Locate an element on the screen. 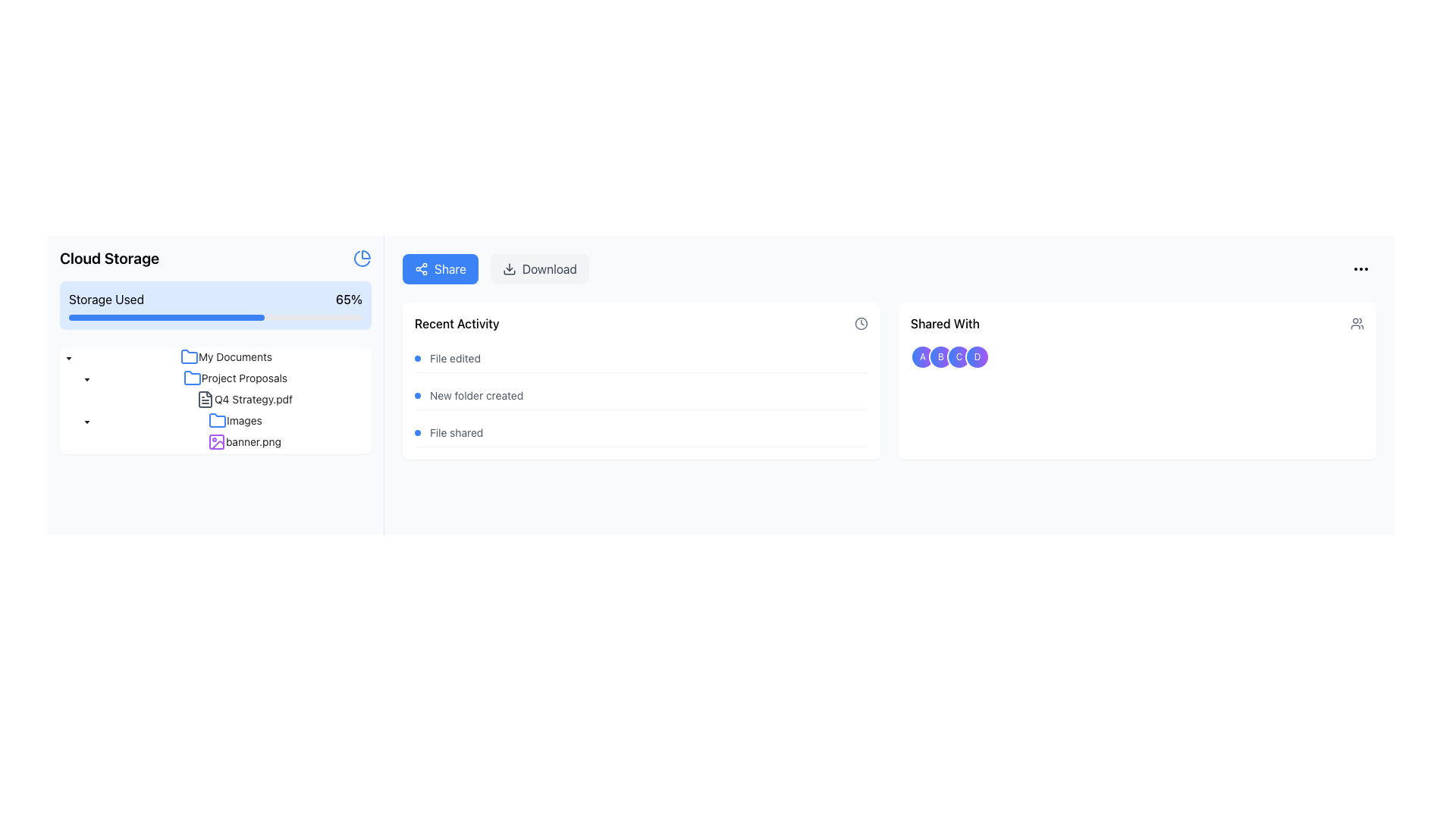 Image resolution: width=1456 pixels, height=819 pixels. visually the user represented is located at coordinates (922, 356).